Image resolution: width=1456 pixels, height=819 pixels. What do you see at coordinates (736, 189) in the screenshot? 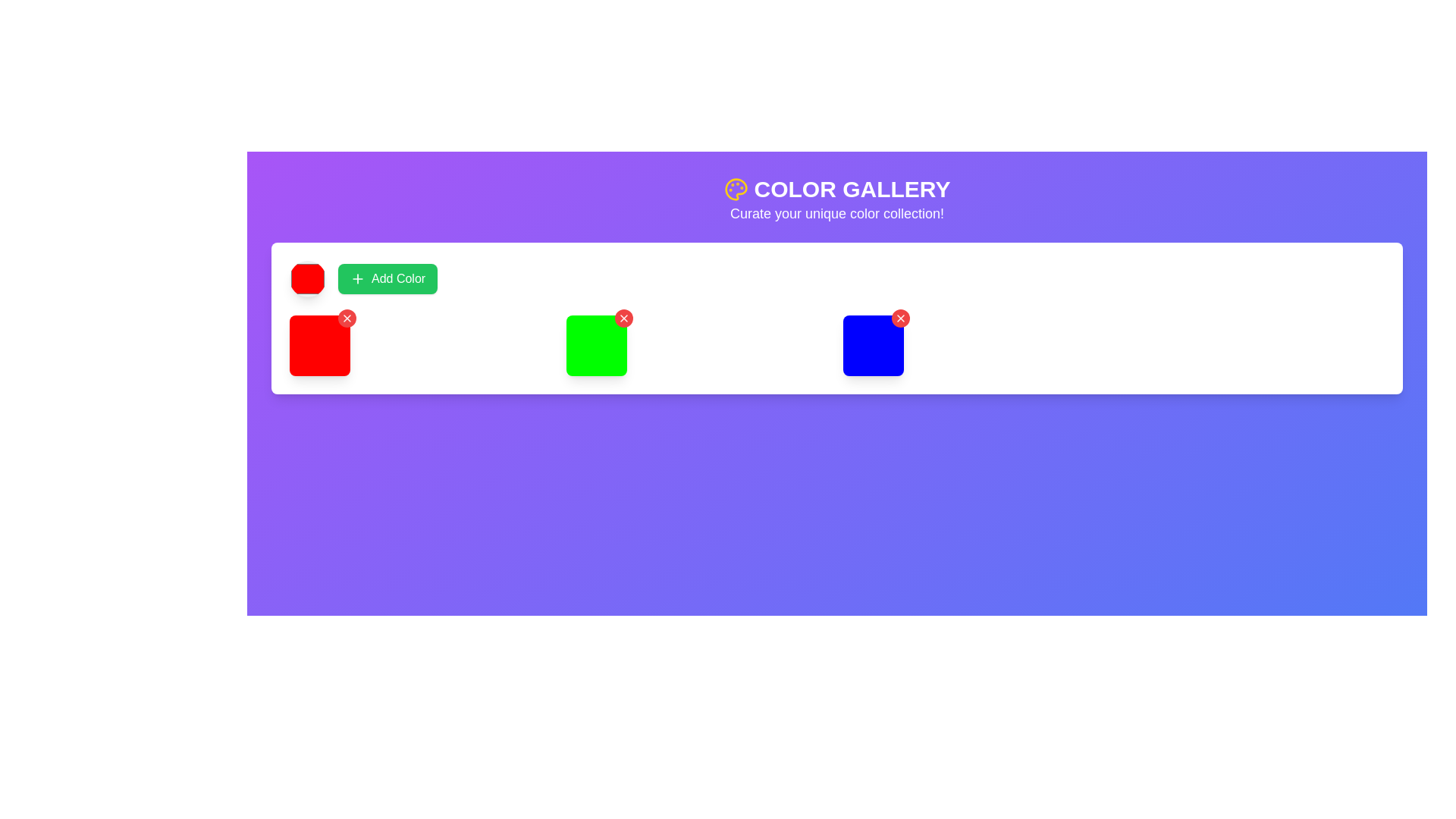
I see `the color gallery icon, which is centrally located within the interface and visually represents the color gallery theme` at bounding box center [736, 189].